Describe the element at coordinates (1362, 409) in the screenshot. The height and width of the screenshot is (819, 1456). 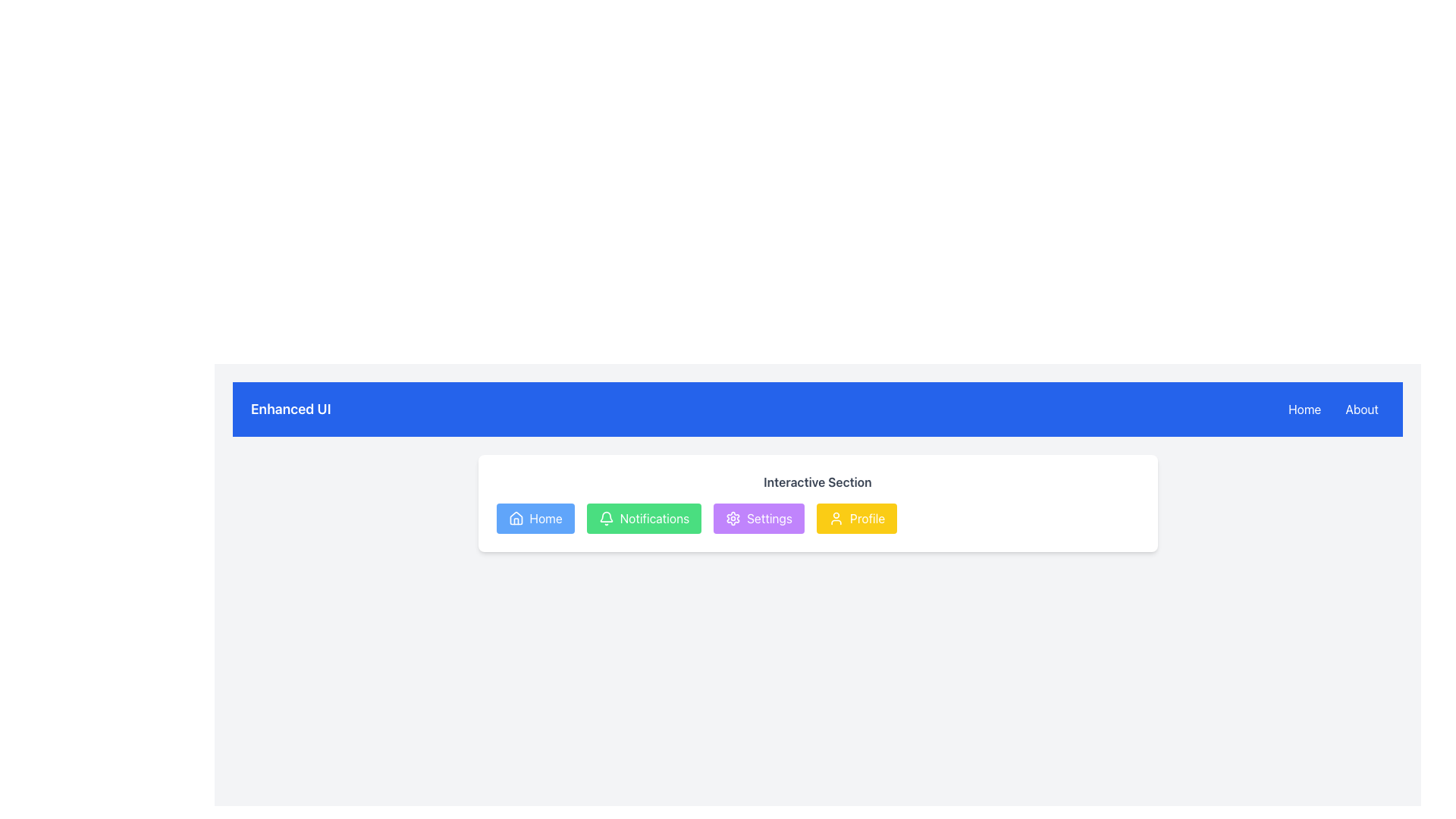
I see `the 'About' button located at the top-right of the blue navigation bar` at that location.